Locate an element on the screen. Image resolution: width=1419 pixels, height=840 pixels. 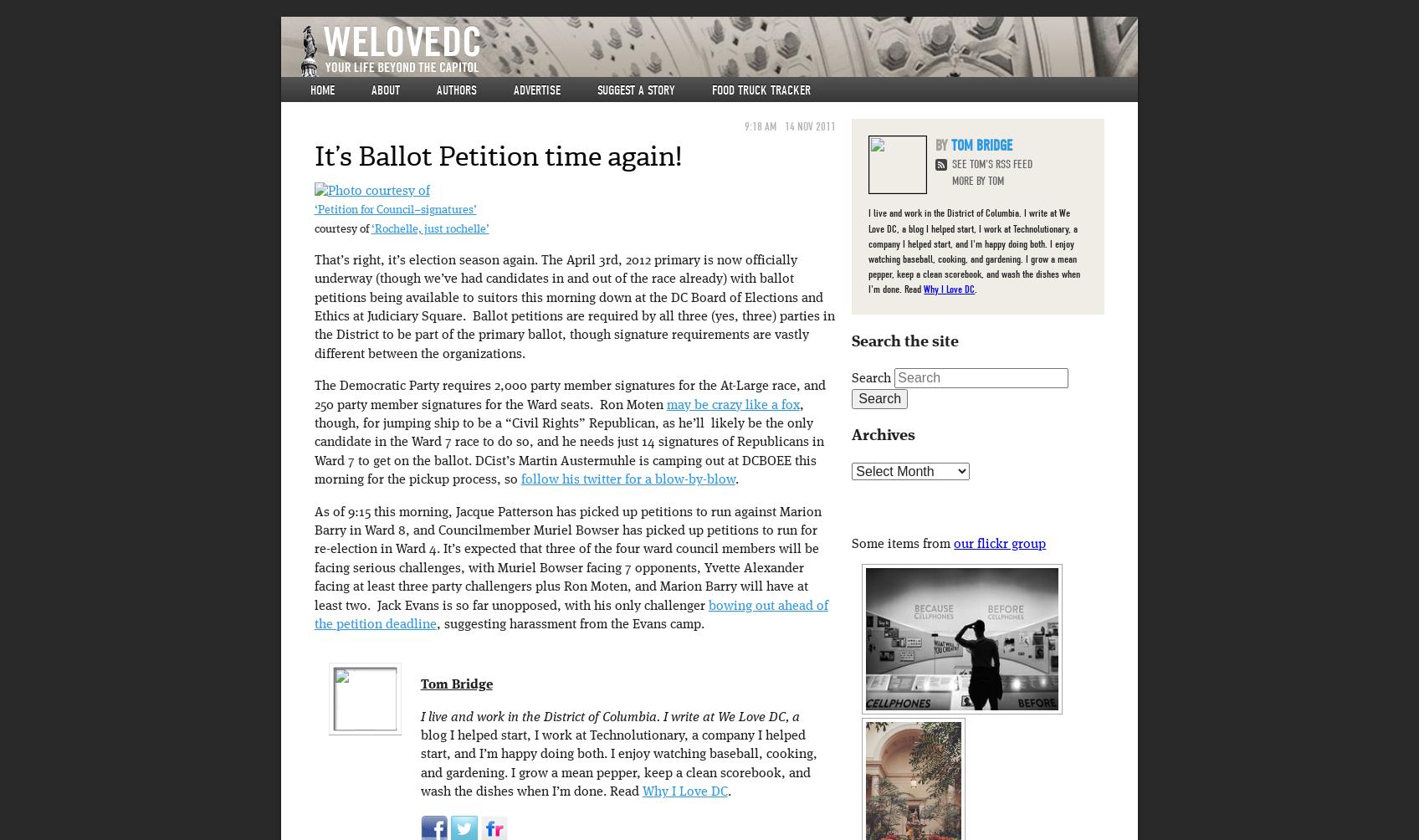
'I live and work in the District of Columbia. I write at We Love DC, a blog I helped start, I work at Technolutionary, a company I helped start, and I'm happy doing both. I enjoy watching baseball, cooking, and gardening. I grow a mean pepper, keep a clean scorebook, and wash the dishes when I'm done. Read' is located at coordinates (974, 250).